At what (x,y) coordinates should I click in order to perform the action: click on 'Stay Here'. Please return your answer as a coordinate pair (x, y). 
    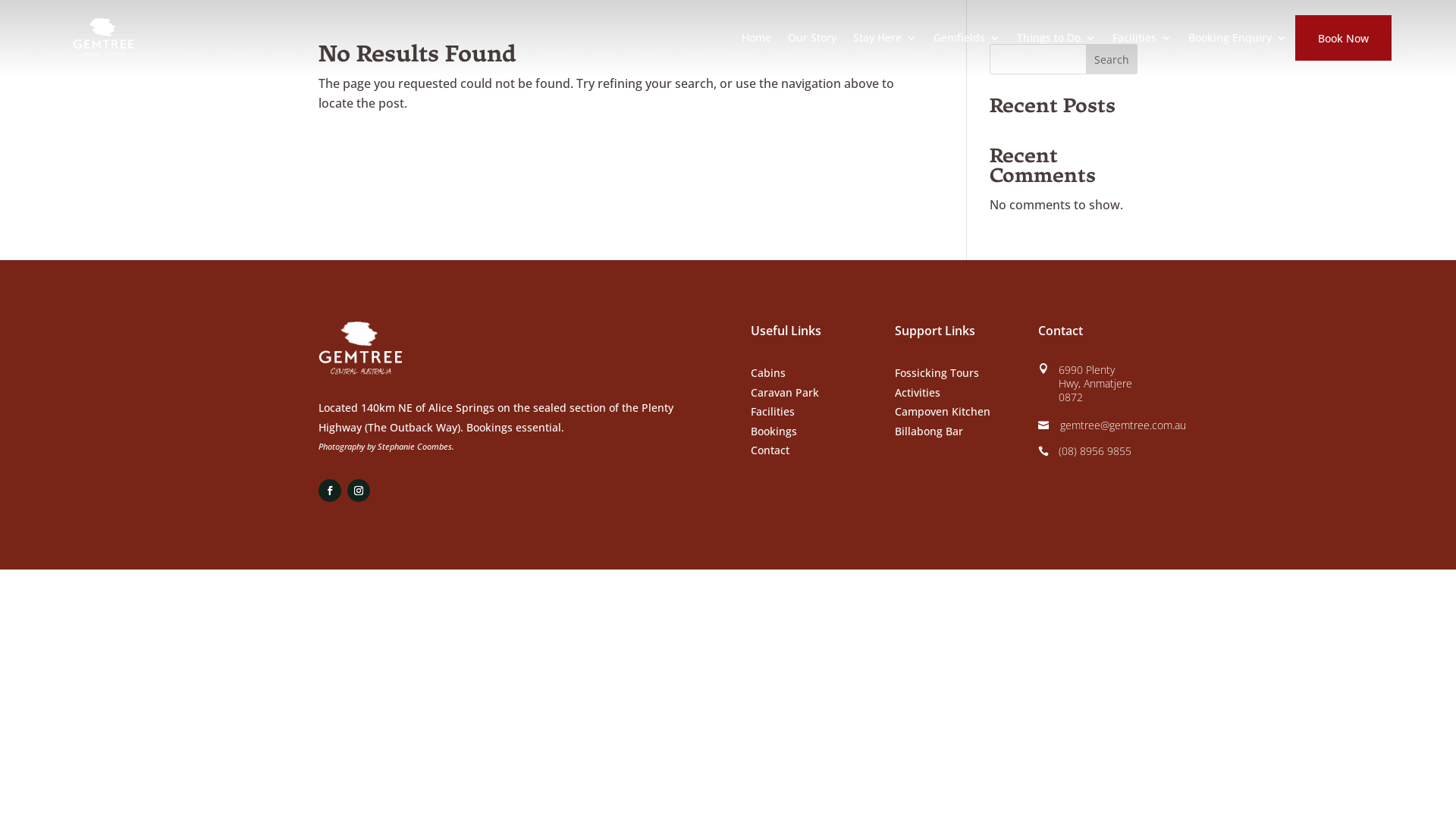
    Looking at the image, I should click on (884, 37).